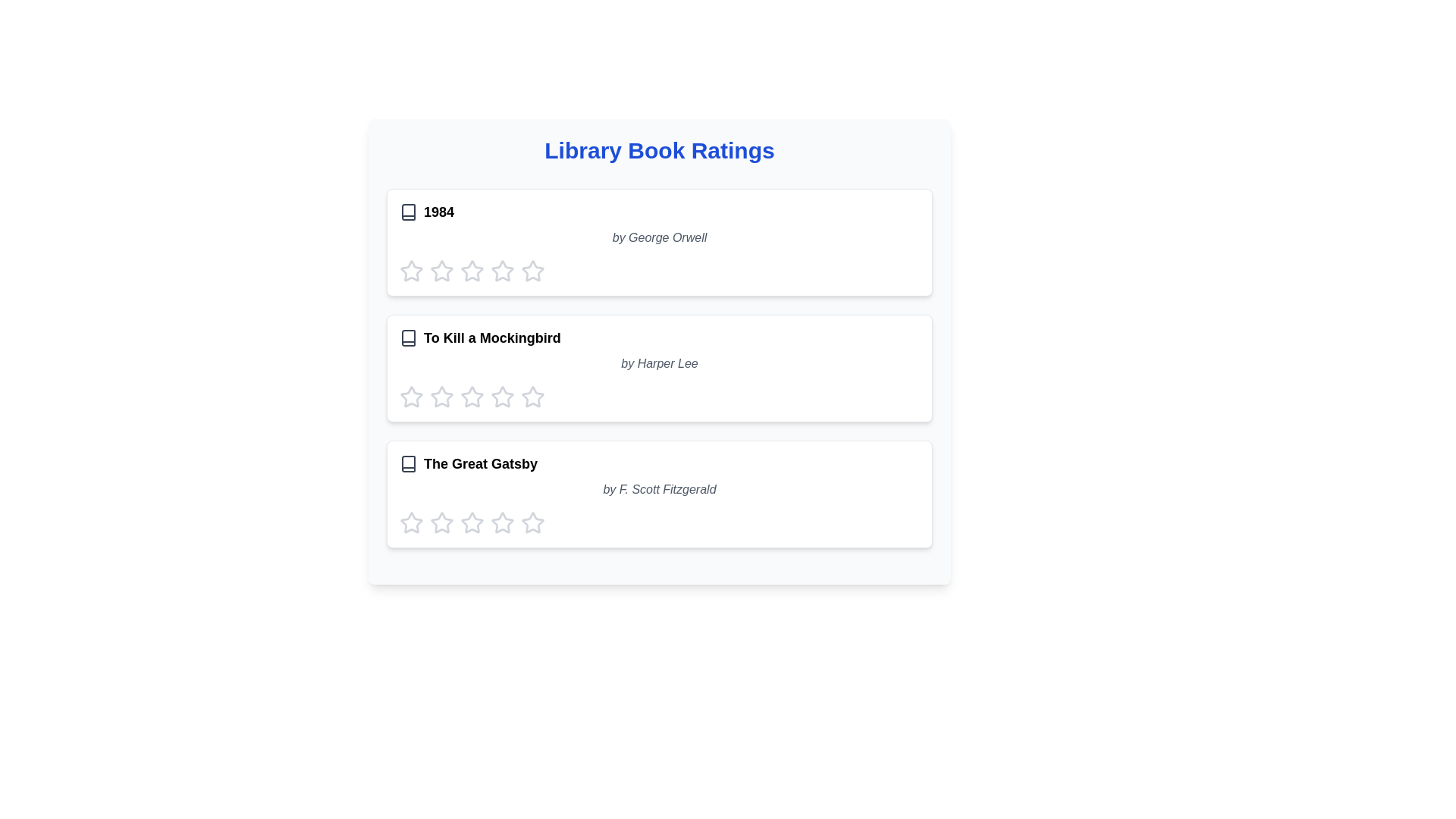  I want to click on the black and white vector icon resembling a book profile located to the left of the text '1984' in the first book entry of the 'Library Book Ratings' interface, so click(408, 212).